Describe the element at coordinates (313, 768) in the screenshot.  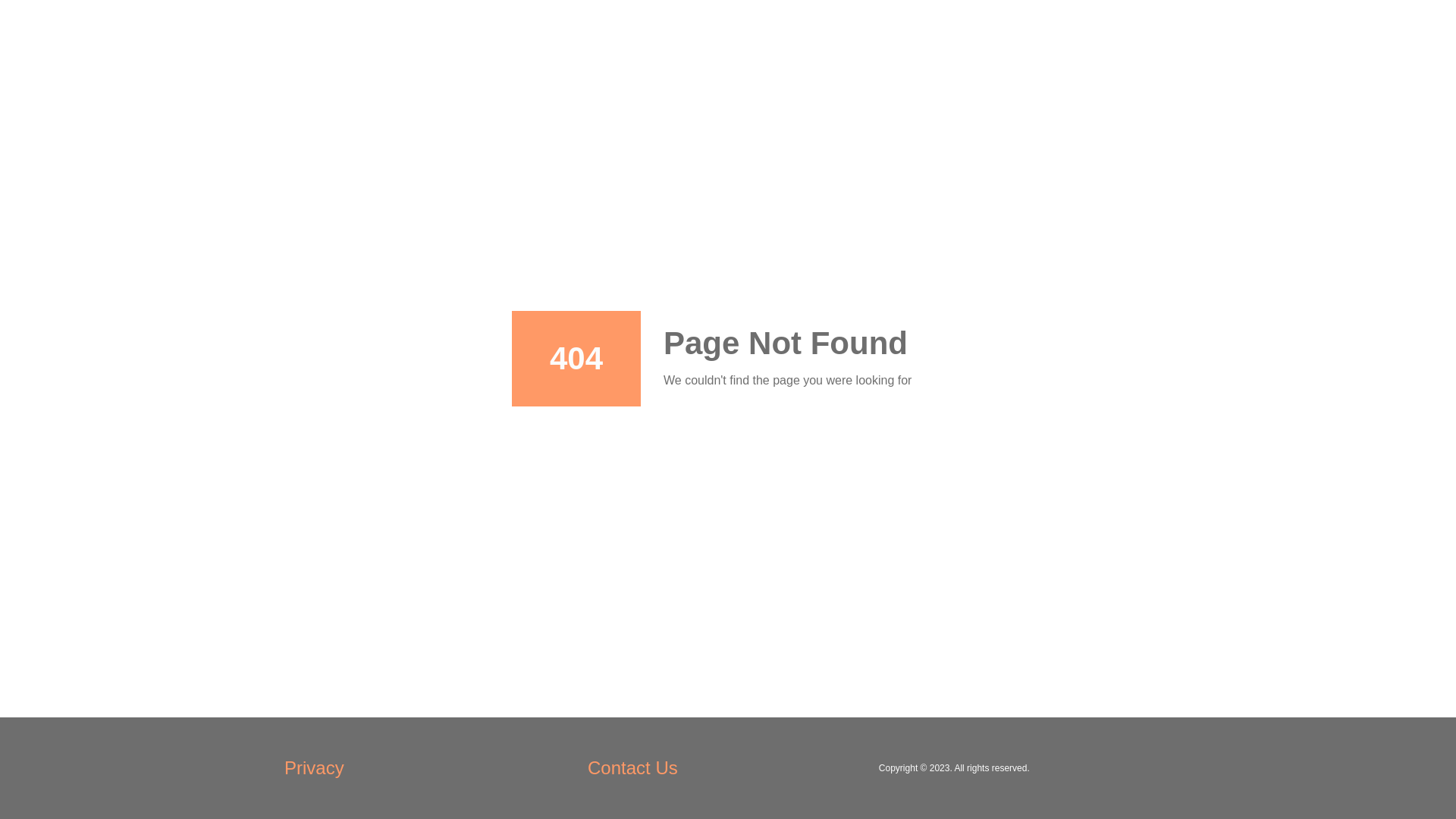
I see `'Privacy'` at that location.